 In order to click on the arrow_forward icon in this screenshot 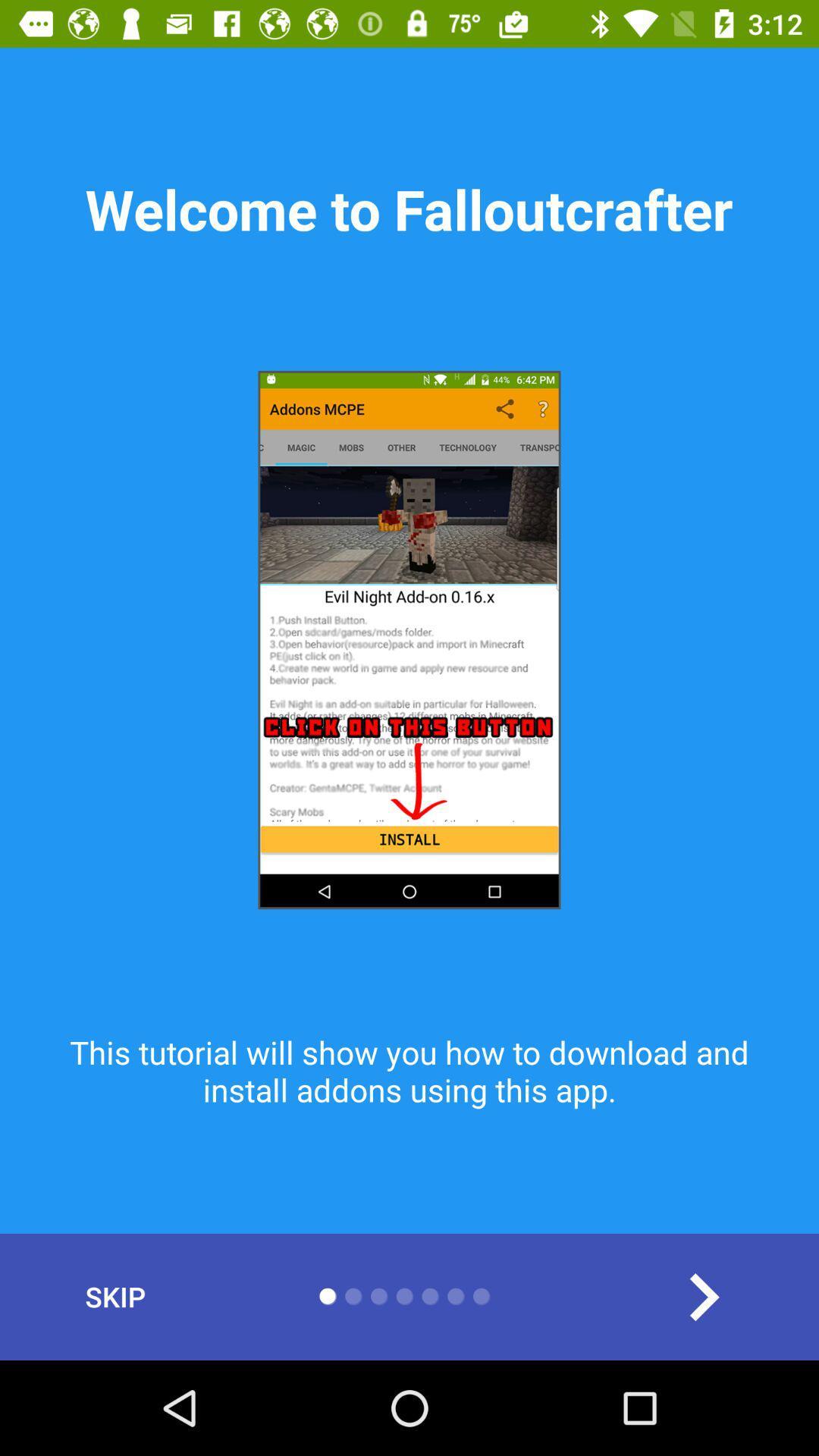, I will do `click(703, 1296)`.